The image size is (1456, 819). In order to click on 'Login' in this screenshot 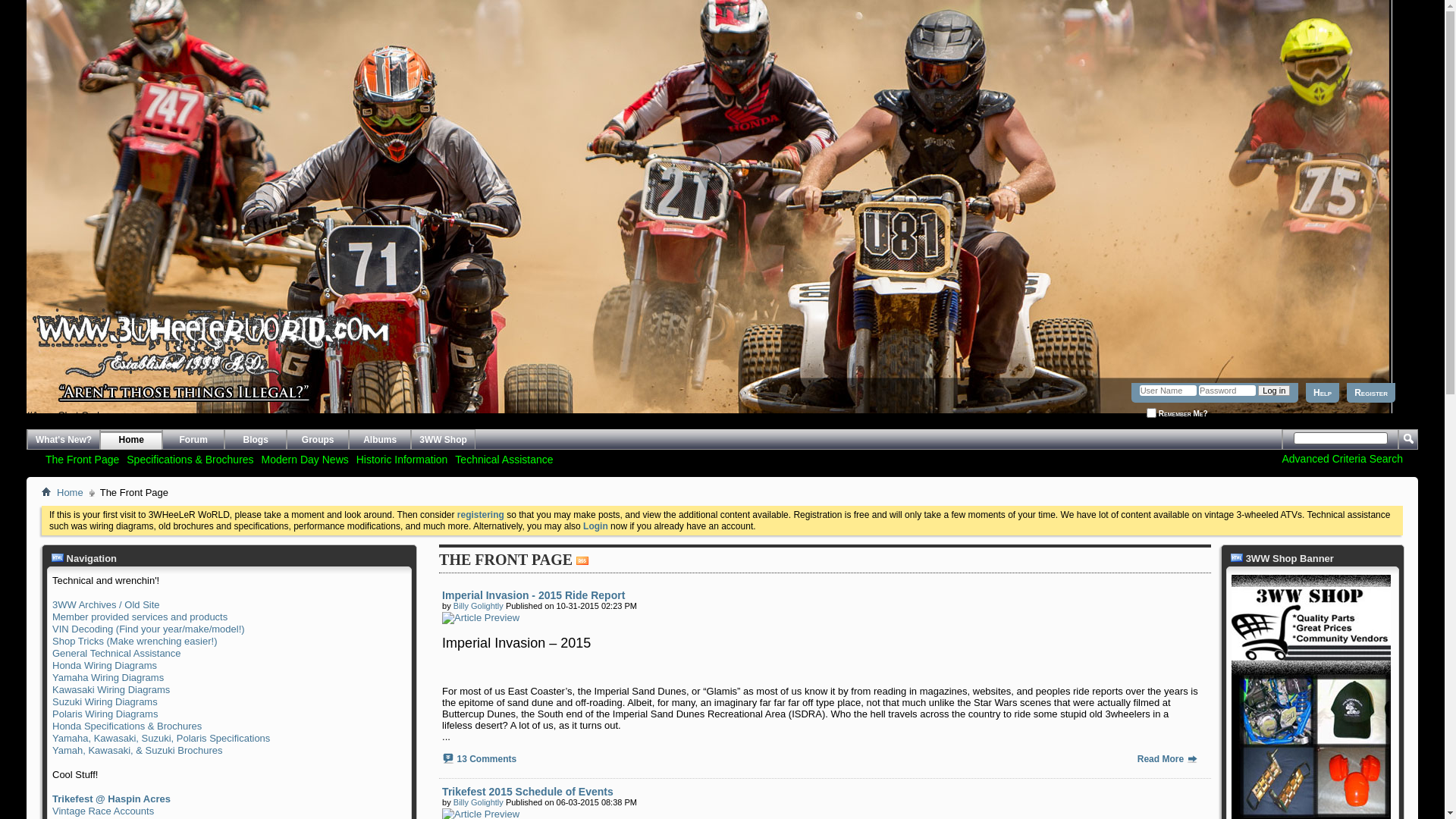, I will do `click(595, 526)`.